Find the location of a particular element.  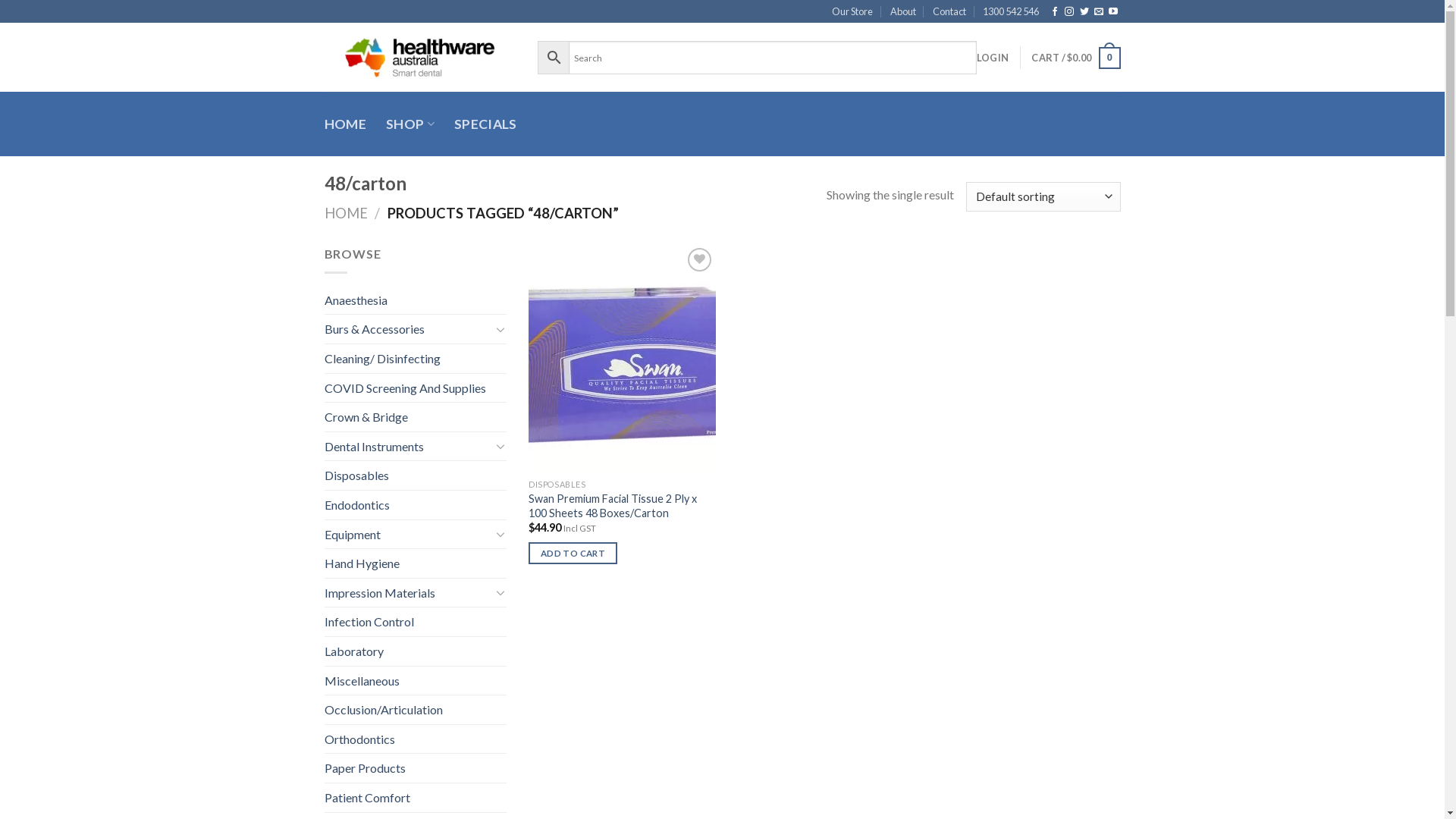

'Send us an email' is located at coordinates (1094, 11).